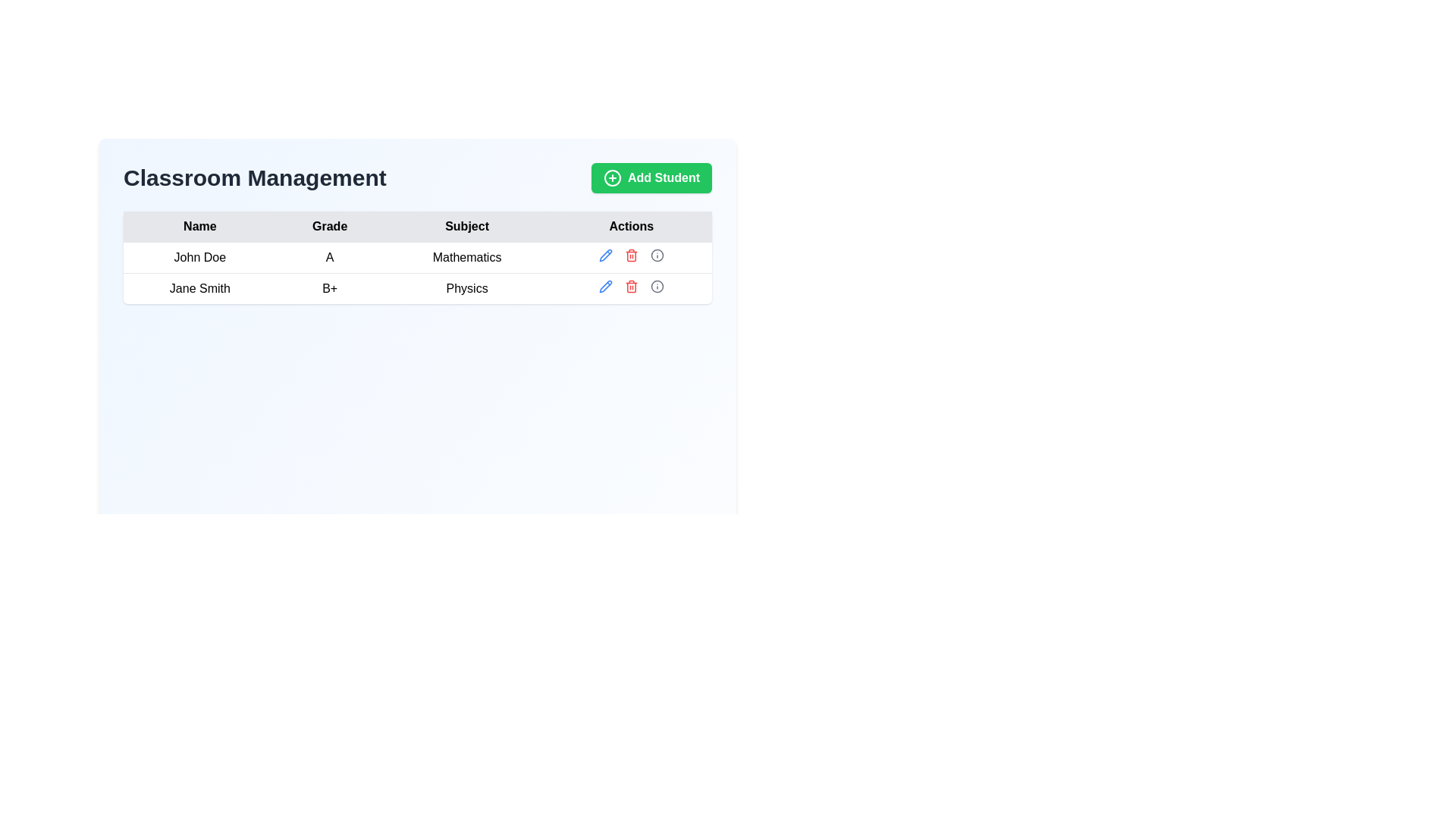 The width and height of the screenshot is (1456, 819). I want to click on the 'Subject' label for student 'Jane Smith' in the third column of the second row of the table, so click(466, 288).